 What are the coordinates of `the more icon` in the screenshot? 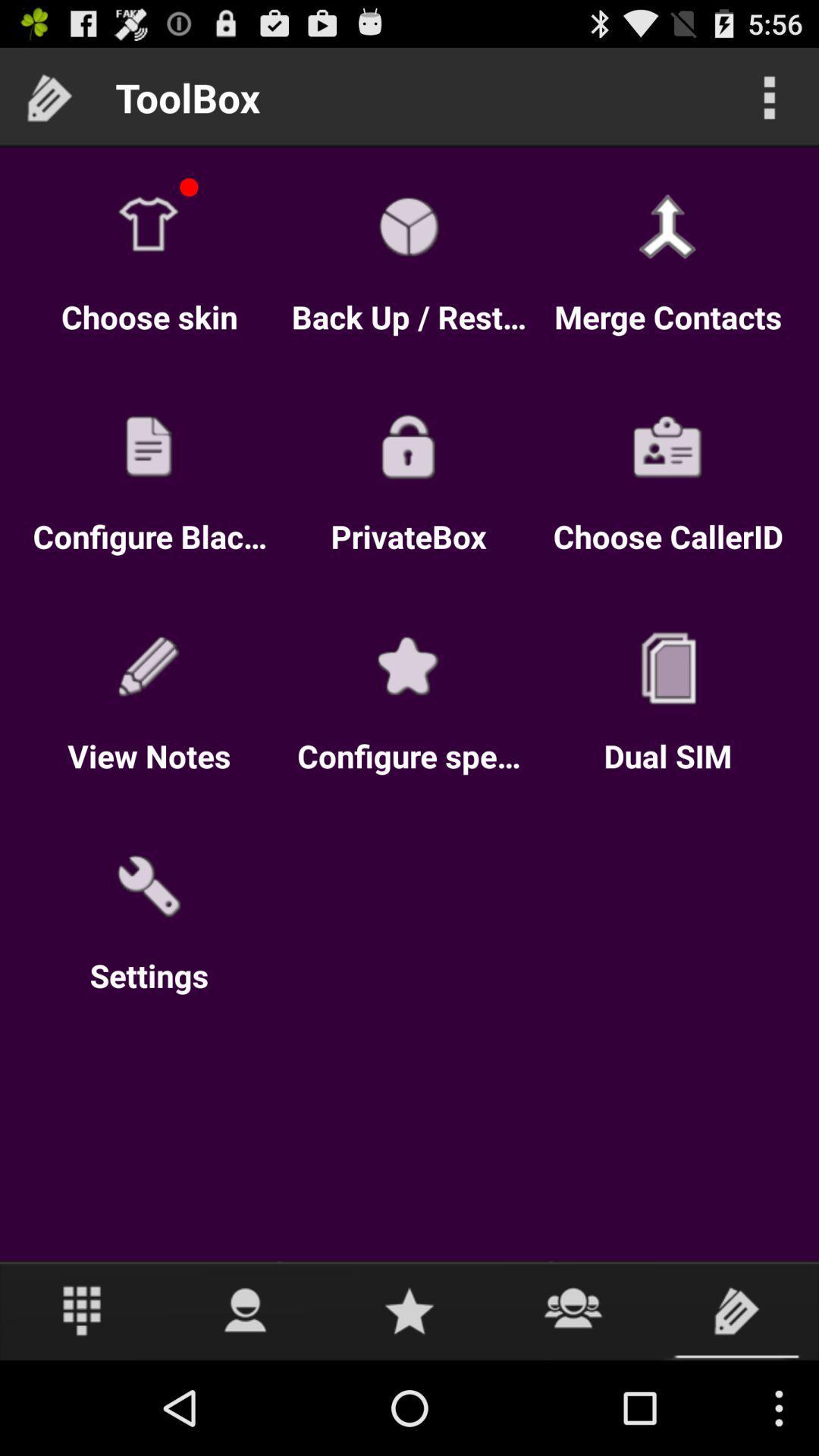 It's located at (769, 103).